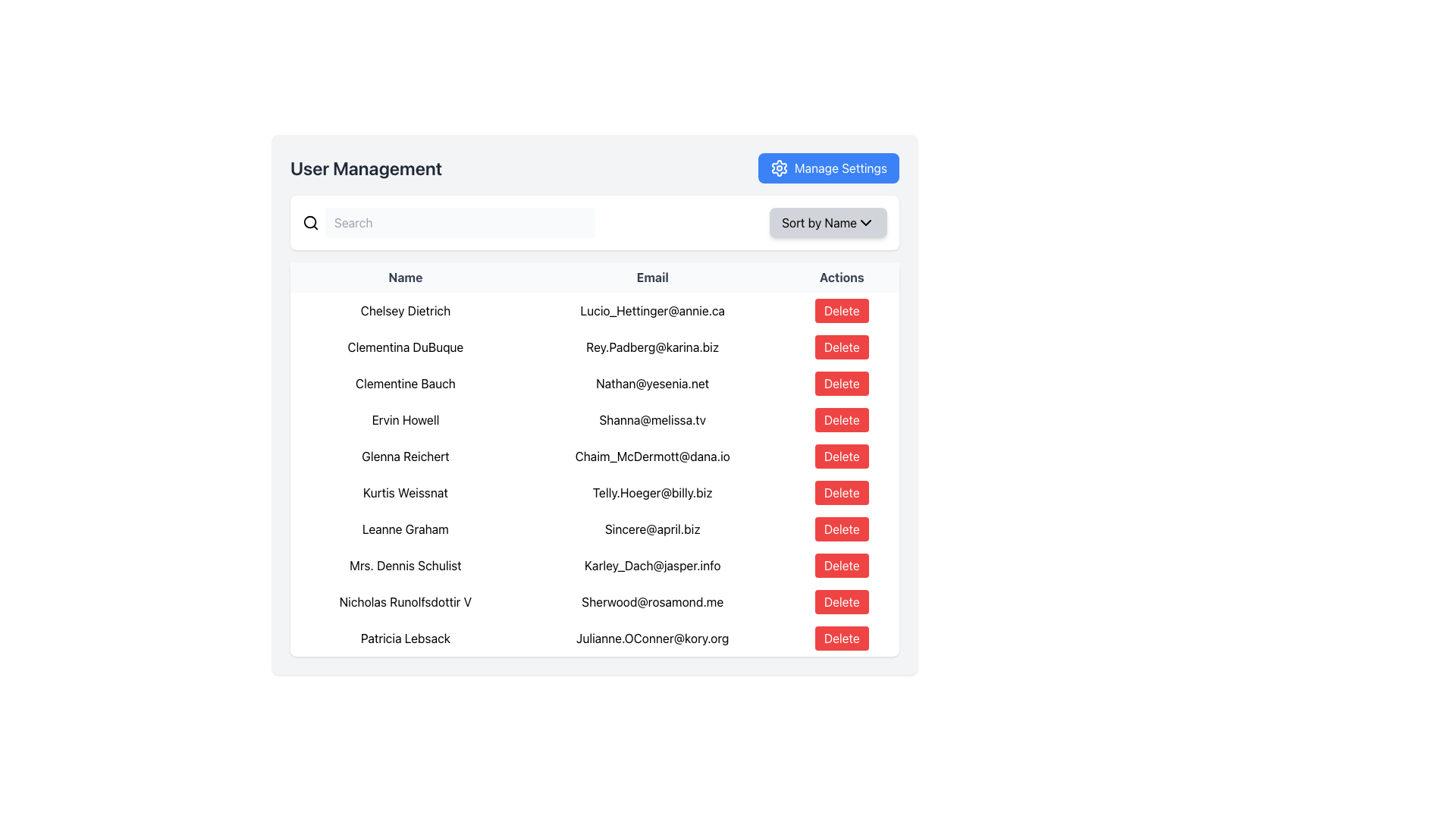  Describe the element at coordinates (841, 638) in the screenshot. I see `the red 'Delete' button with white text, located in the row for the user 'Julianne.OConner@kory.org'` at that location.